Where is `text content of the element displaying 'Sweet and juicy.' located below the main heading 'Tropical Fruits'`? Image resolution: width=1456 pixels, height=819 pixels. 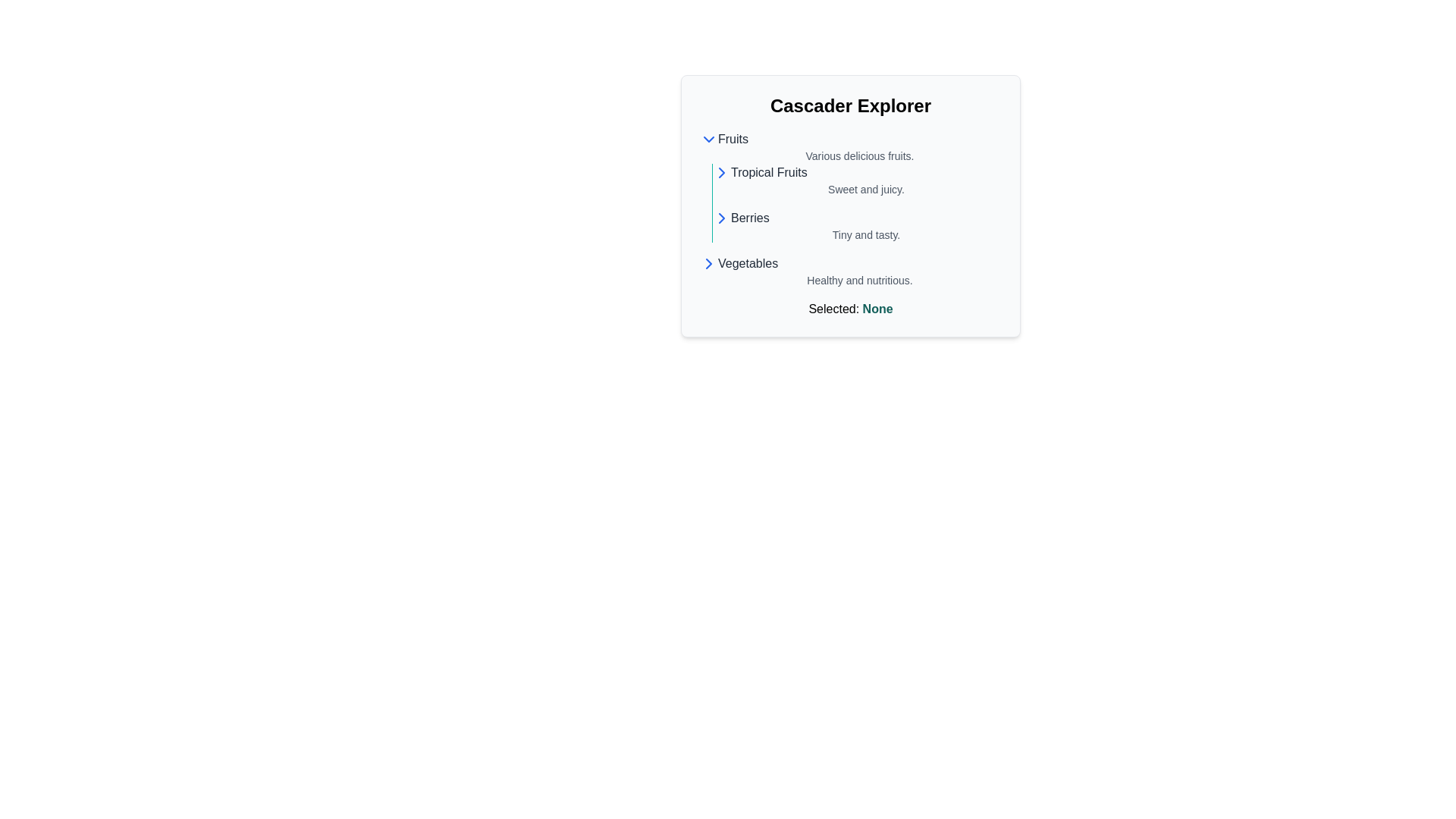
text content of the element displaying 'Sweet and juicy.' located below the main heading 'Tropical Fruits' is located at coordinates (866, 189).